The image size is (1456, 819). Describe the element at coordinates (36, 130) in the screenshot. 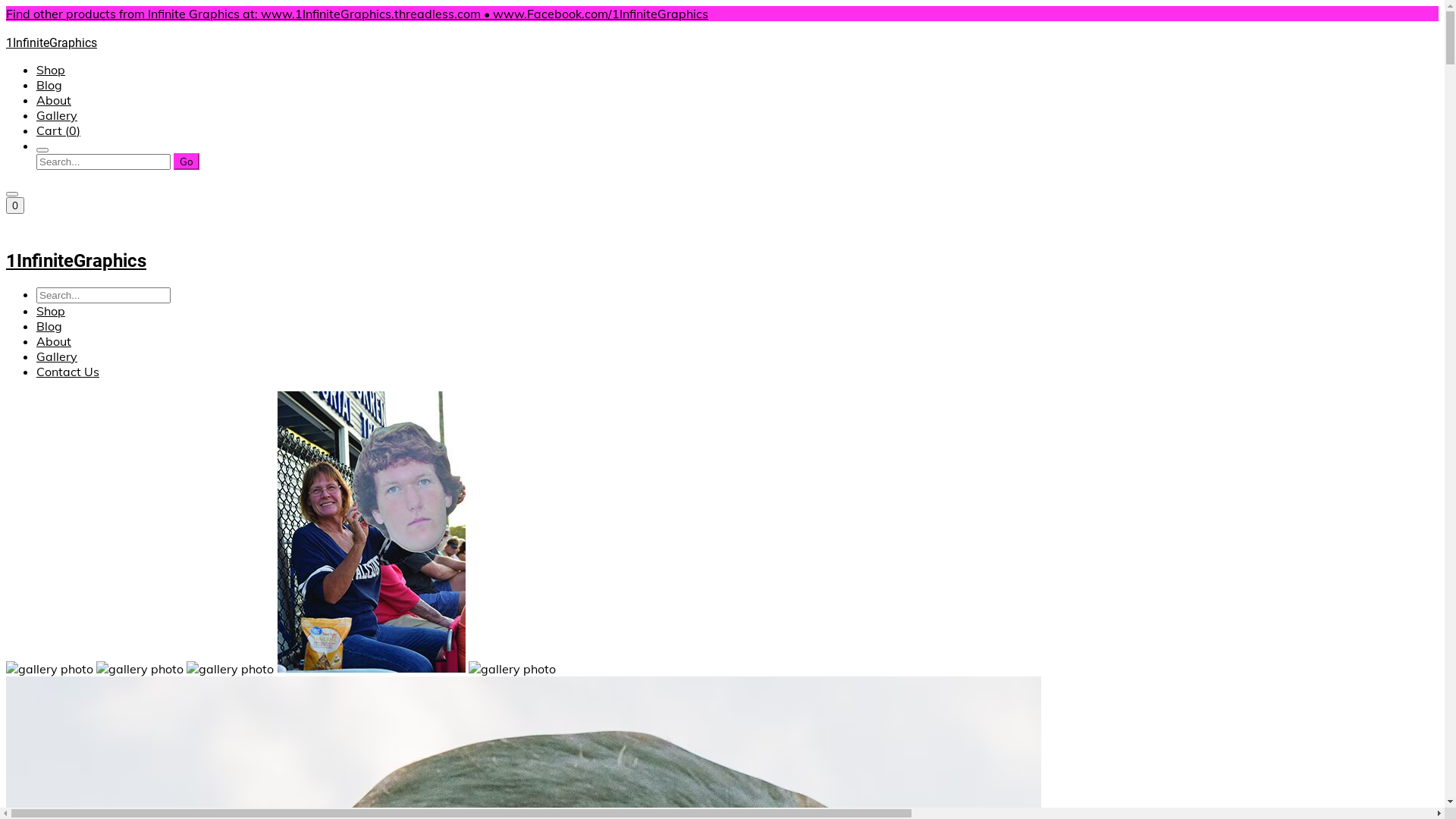

I see `'Cart (0)'` at that location.